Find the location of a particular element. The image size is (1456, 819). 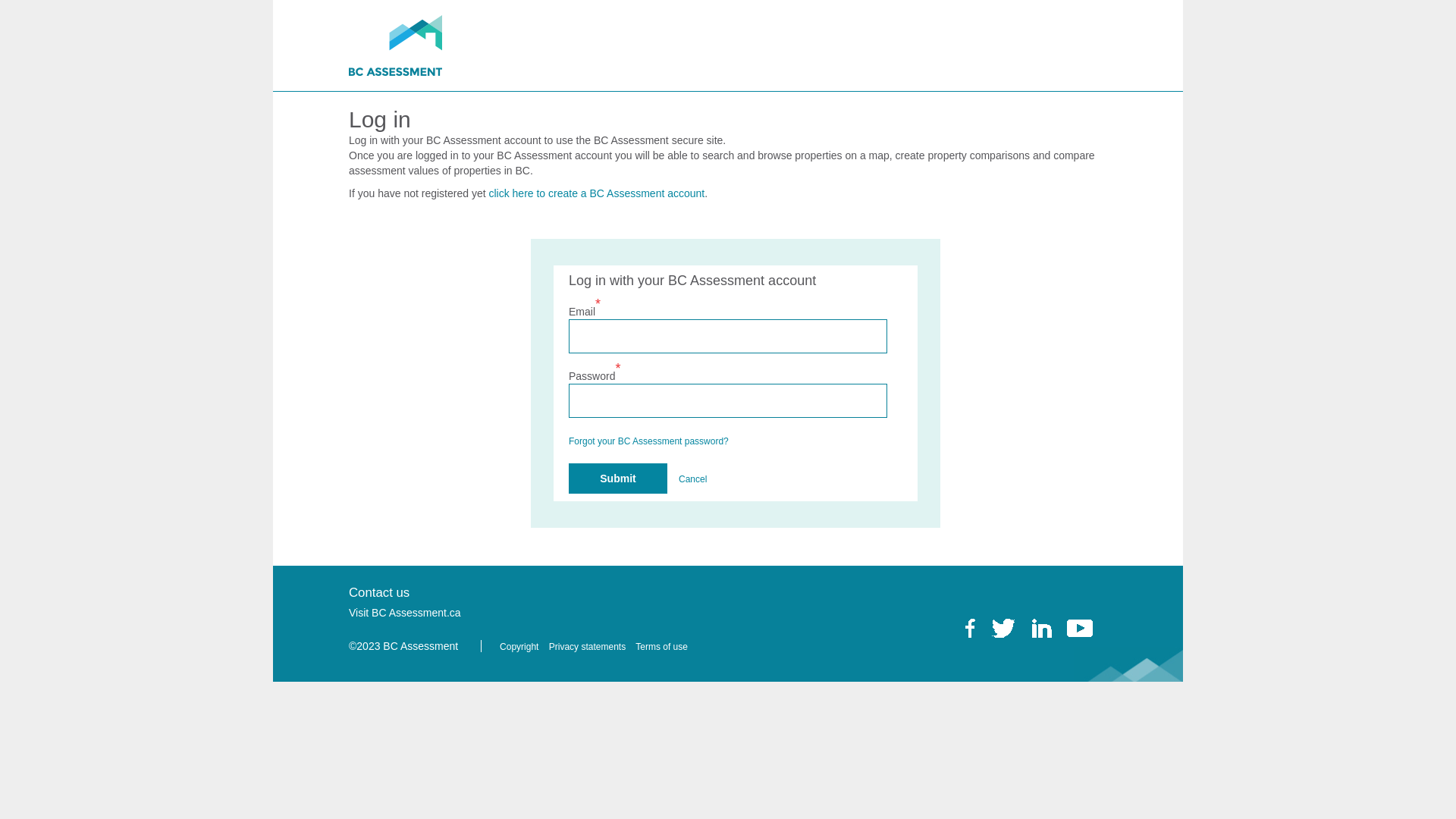

'click here to create a BC Assessment account' is located at coordinates (595, 192).